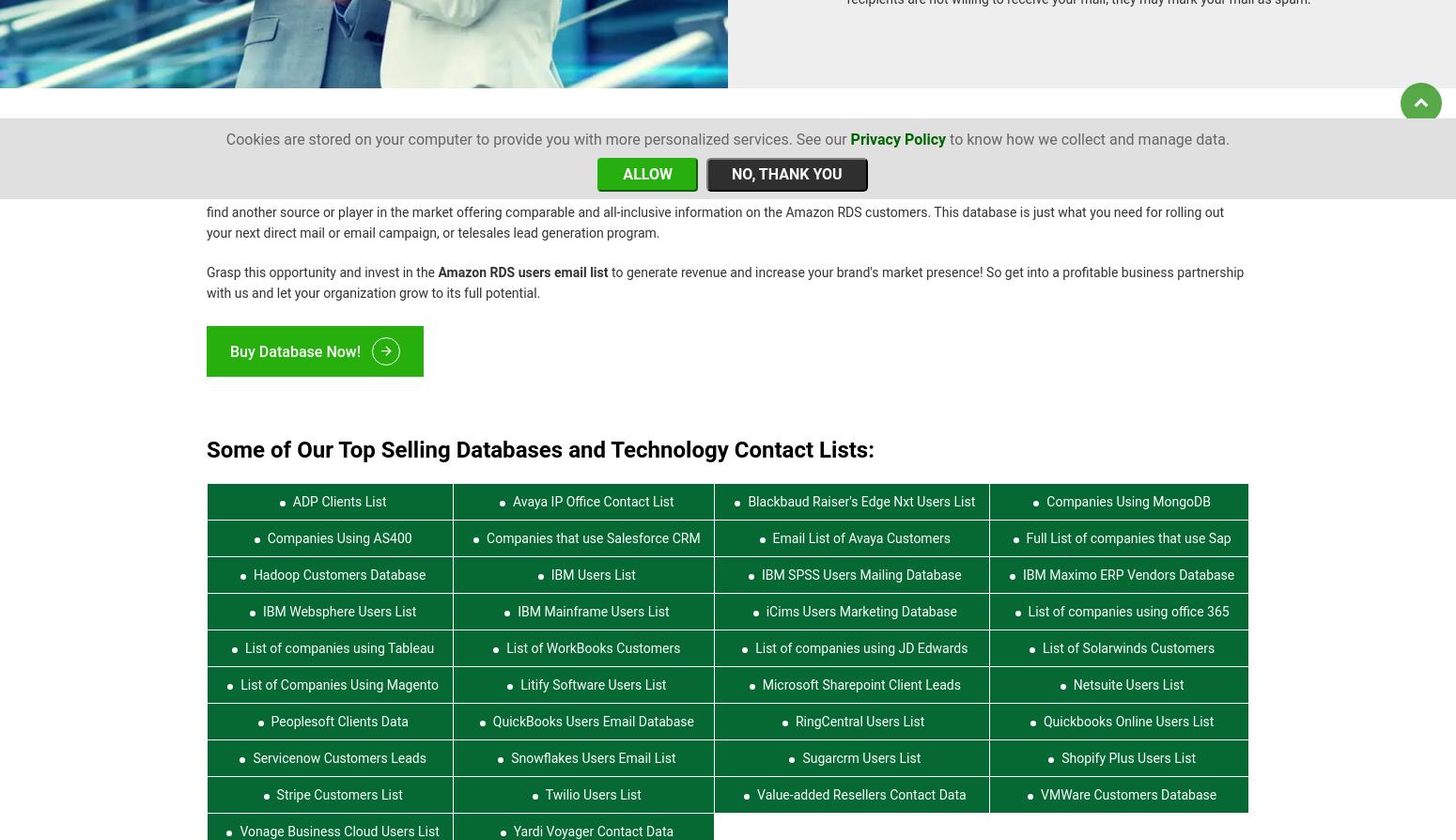 The width and height of the screenshot is (1456, 840). I want to click on 'Yardi Voyager Contact Data', so click(592, 818).